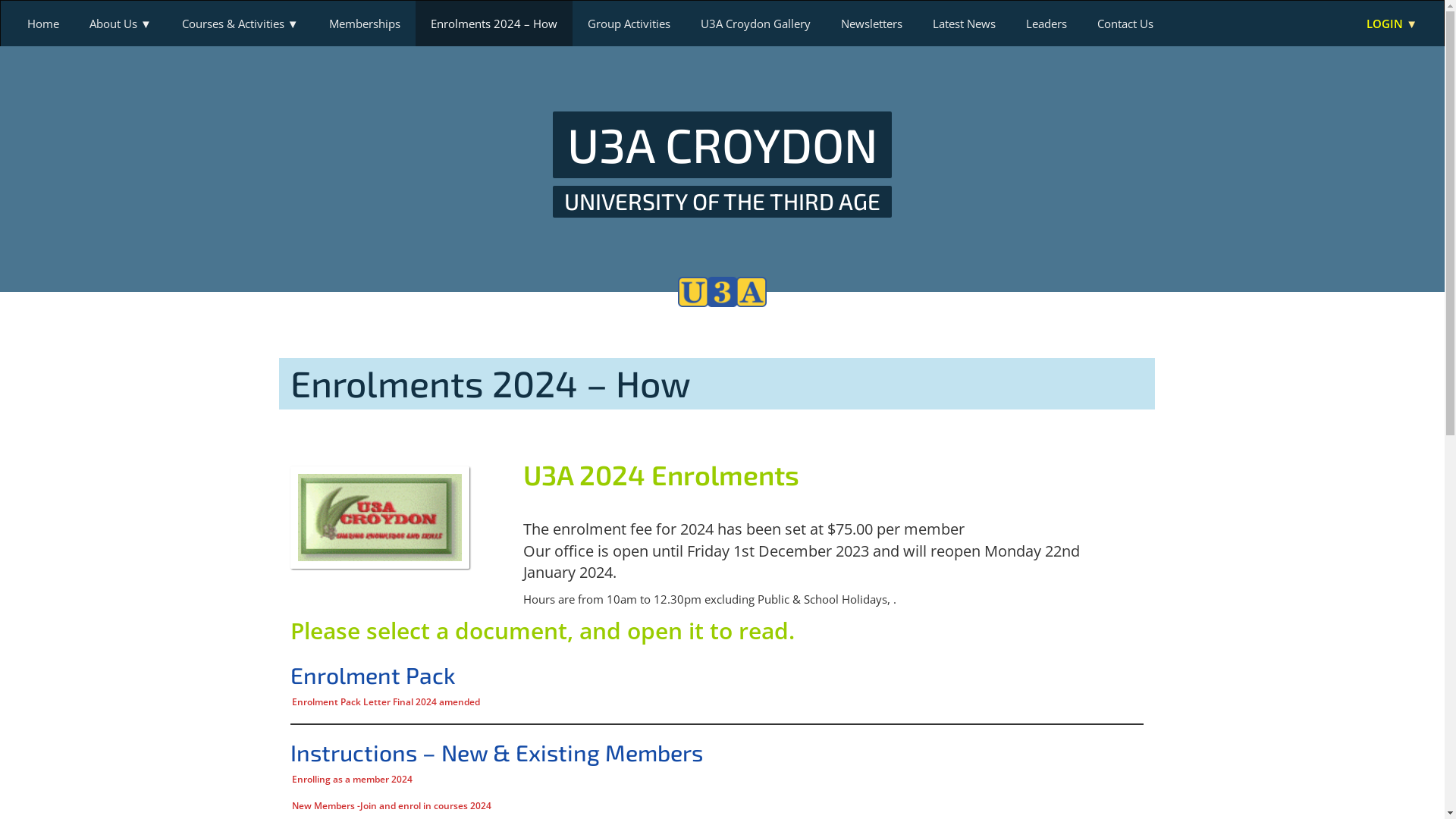 The width and height of the screenshot is (1456, 819). Describe the element at coordinates (385, 701) in the screenshot. I see `'Enrolment Pack Letter Final 2024 amended'` at that location.